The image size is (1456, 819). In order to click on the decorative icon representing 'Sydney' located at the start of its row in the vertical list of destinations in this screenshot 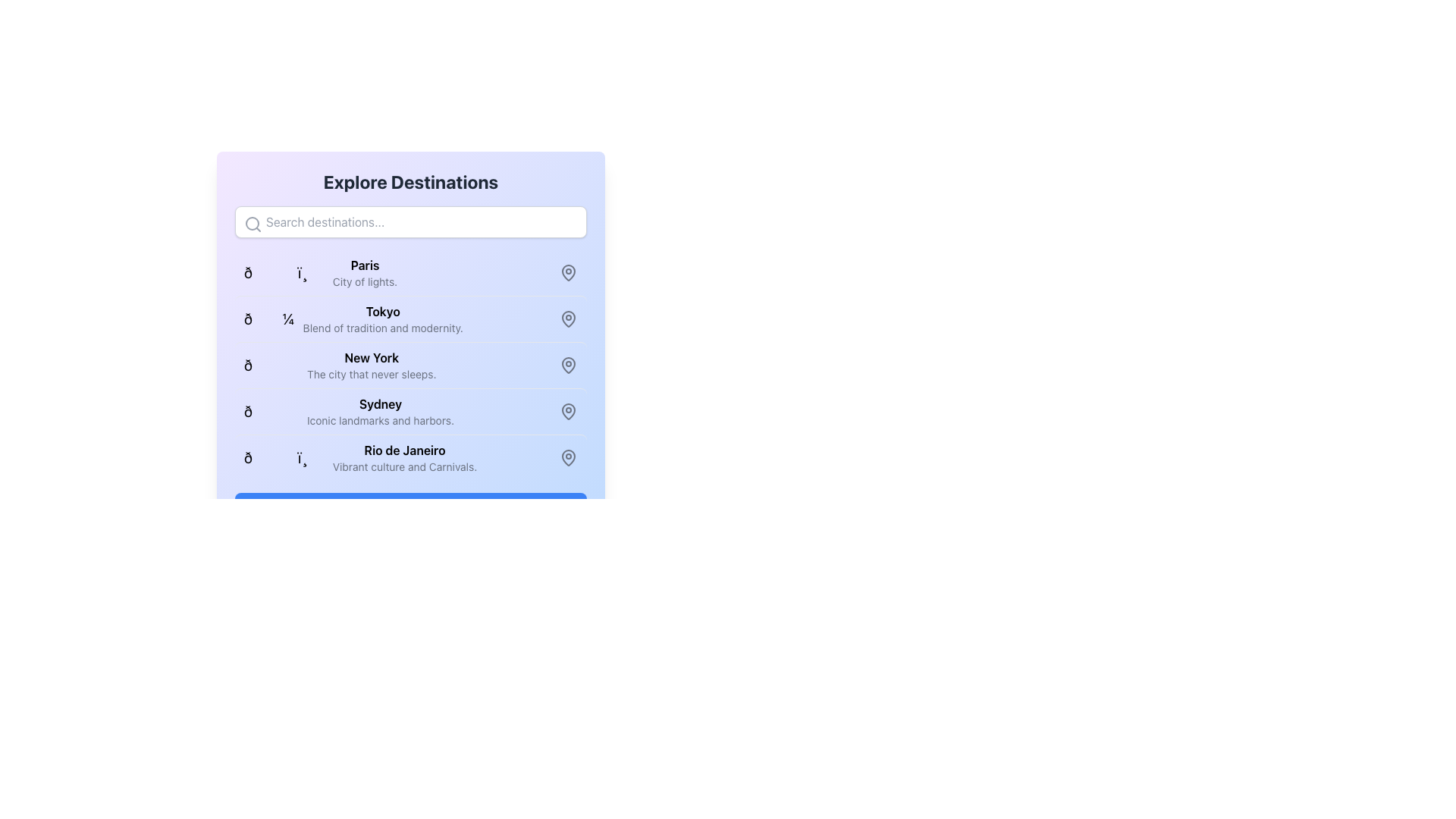, I will do `click(271, 412)`.